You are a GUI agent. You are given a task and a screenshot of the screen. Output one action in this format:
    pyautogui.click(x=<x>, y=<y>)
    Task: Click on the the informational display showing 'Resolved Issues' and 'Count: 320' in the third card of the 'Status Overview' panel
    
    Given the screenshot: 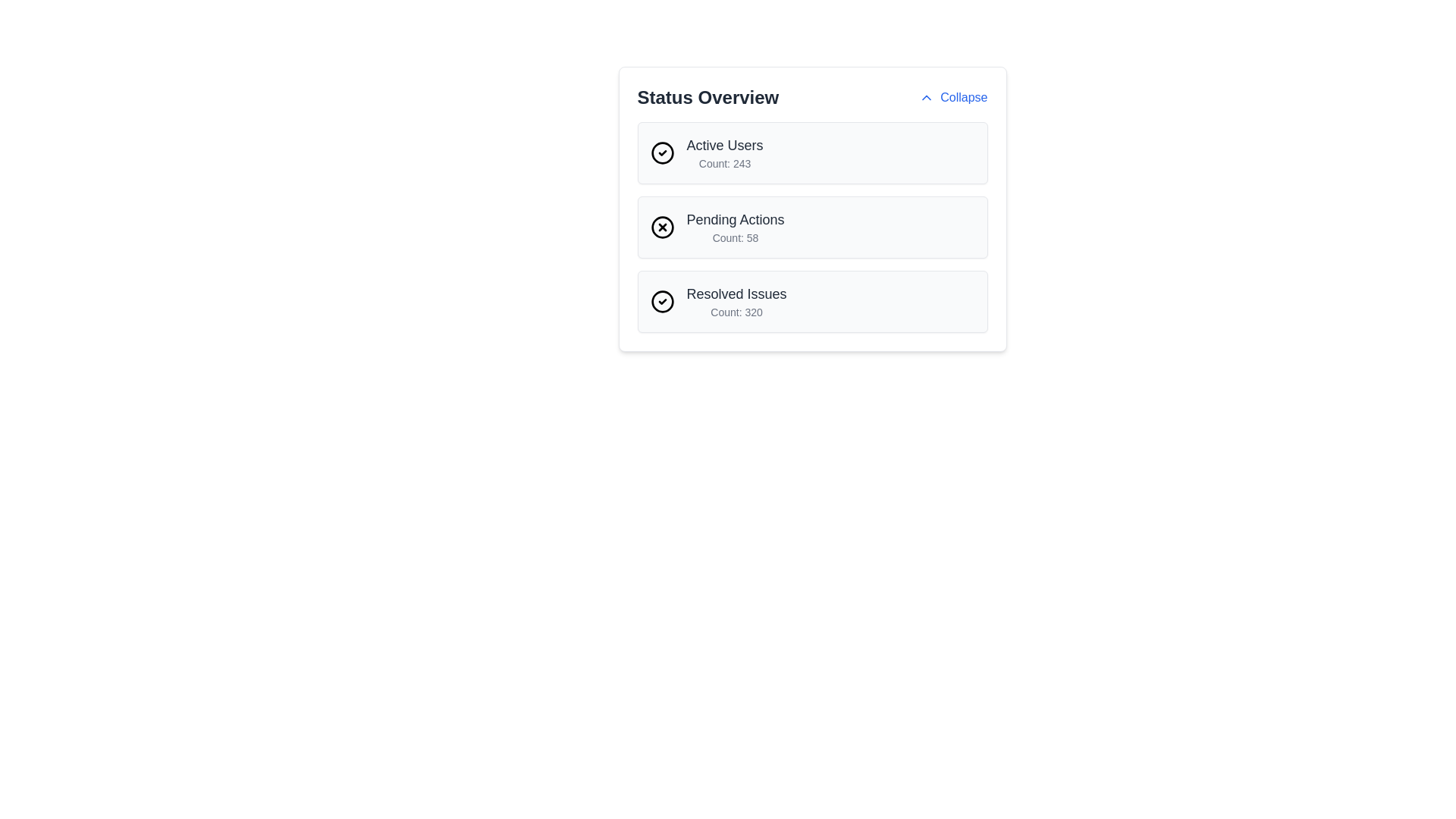 What is the action you would take?
    pyautogui.click(x=736, y=301)
    